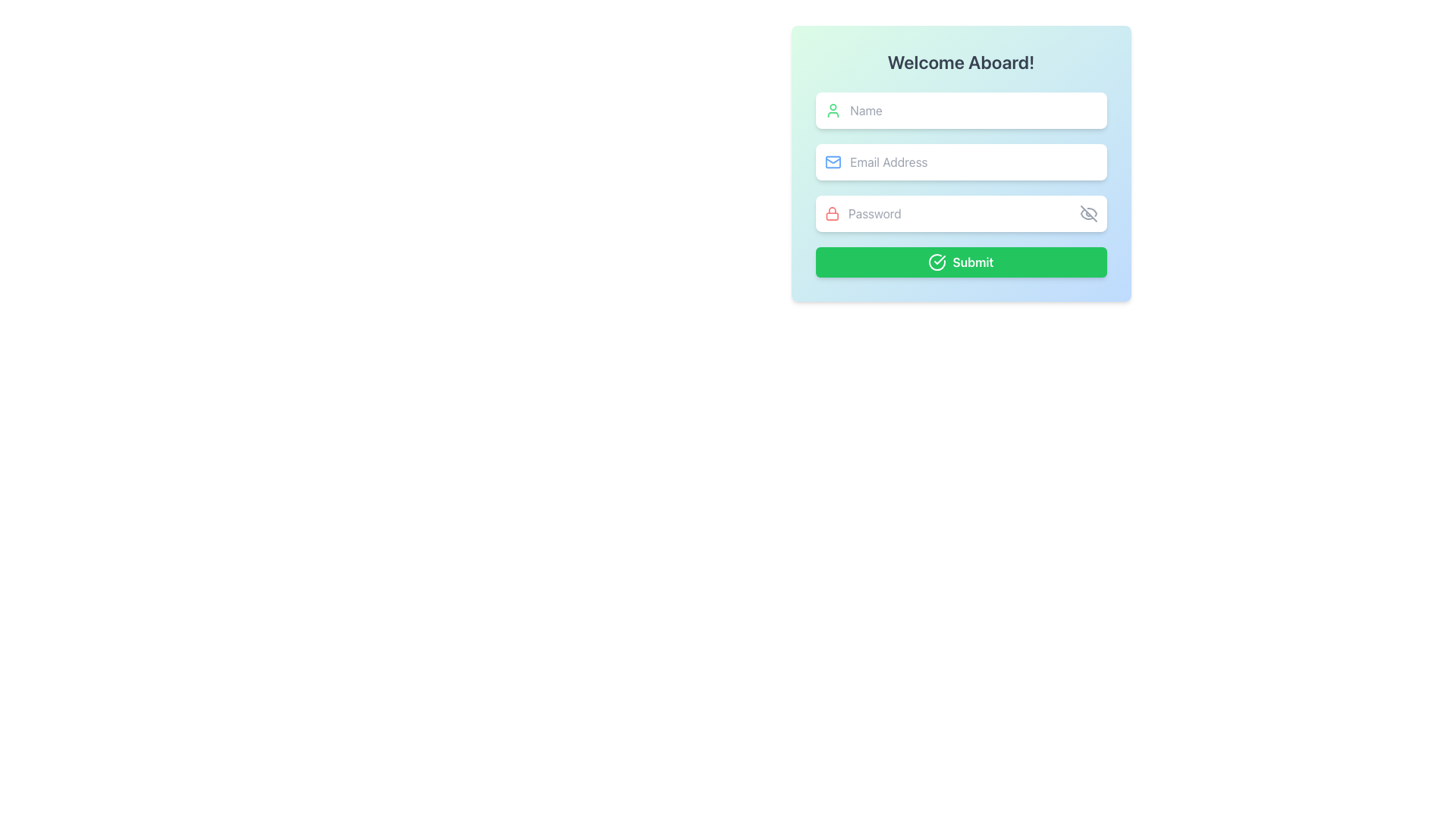 This screenshot has height=819, width=1456. I want to click on the envelope icon with a blue outline located beside the 'Email Address' input field, so click(832, 162).